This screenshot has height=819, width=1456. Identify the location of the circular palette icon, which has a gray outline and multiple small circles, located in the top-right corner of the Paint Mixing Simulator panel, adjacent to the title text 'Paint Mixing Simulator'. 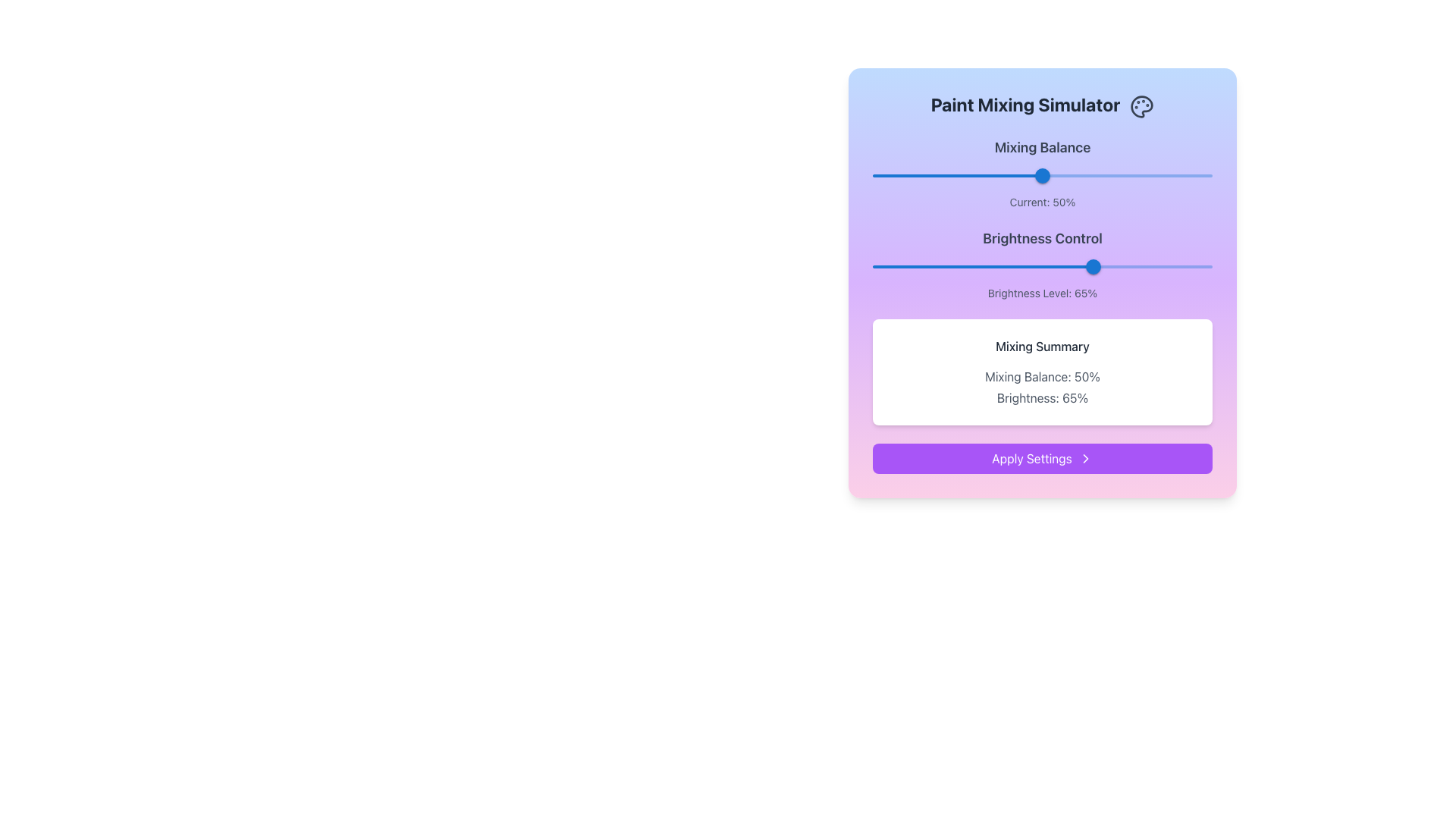
(1142, 105).